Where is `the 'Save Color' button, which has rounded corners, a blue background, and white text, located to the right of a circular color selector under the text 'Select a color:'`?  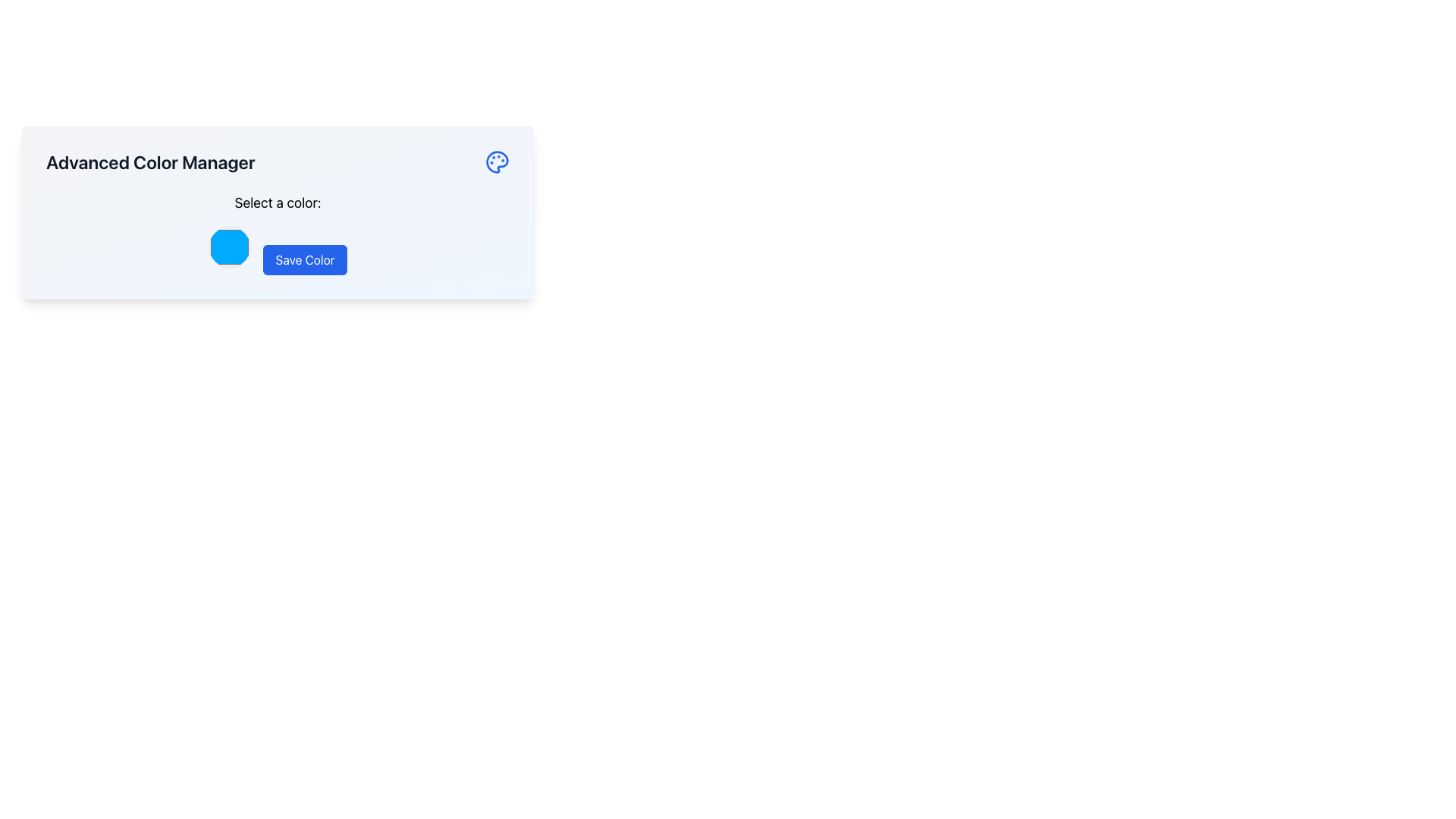 the 'Save Color' button, which has rounded corners, a blue background, and white text, located to the right of a circular color selector under the text 'Select a color:' is located at coordinates (304, 259).